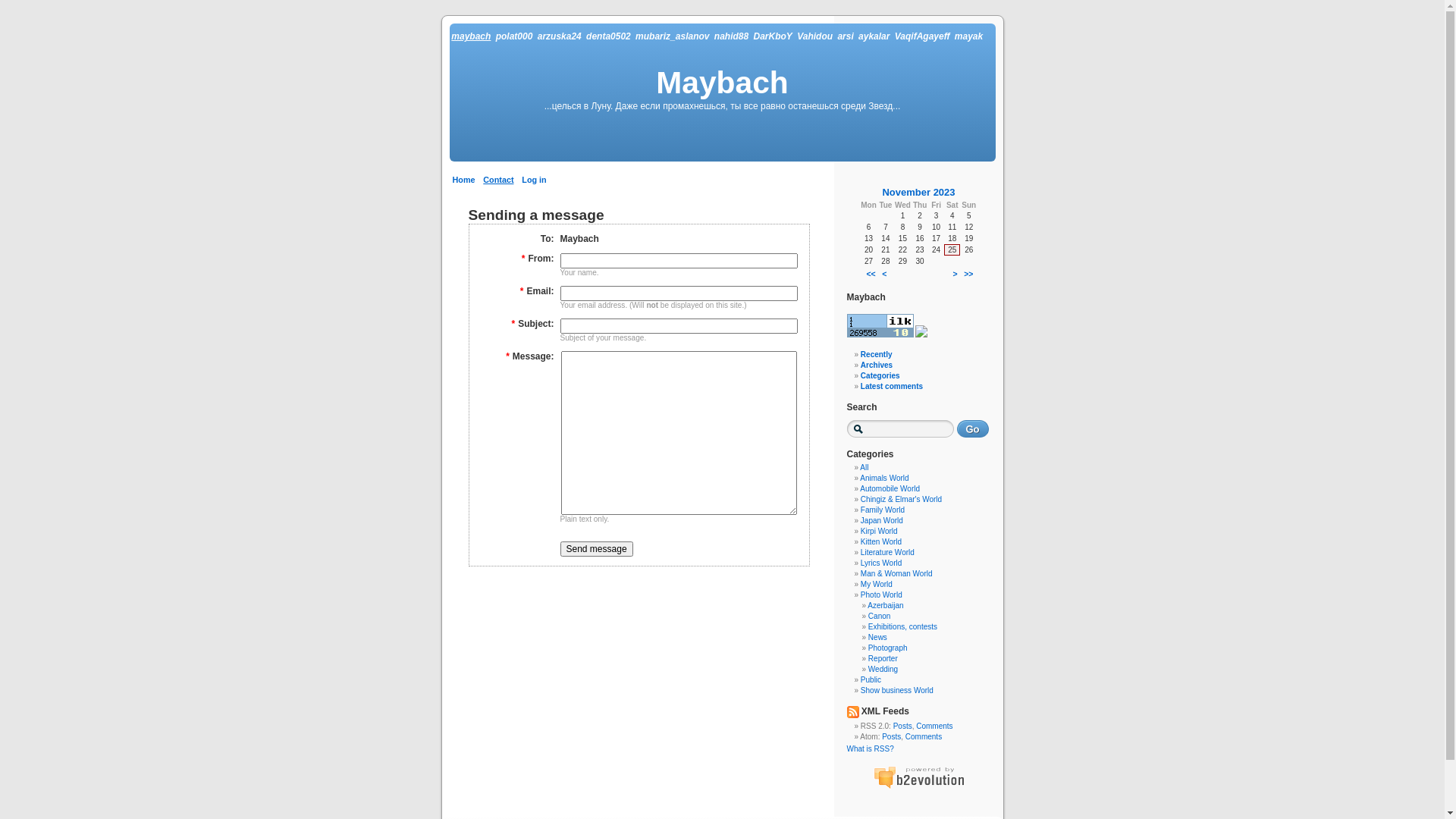  Describe the element at coordinates (879, 616) in the screenshot. I see `'Canon'` at that location.